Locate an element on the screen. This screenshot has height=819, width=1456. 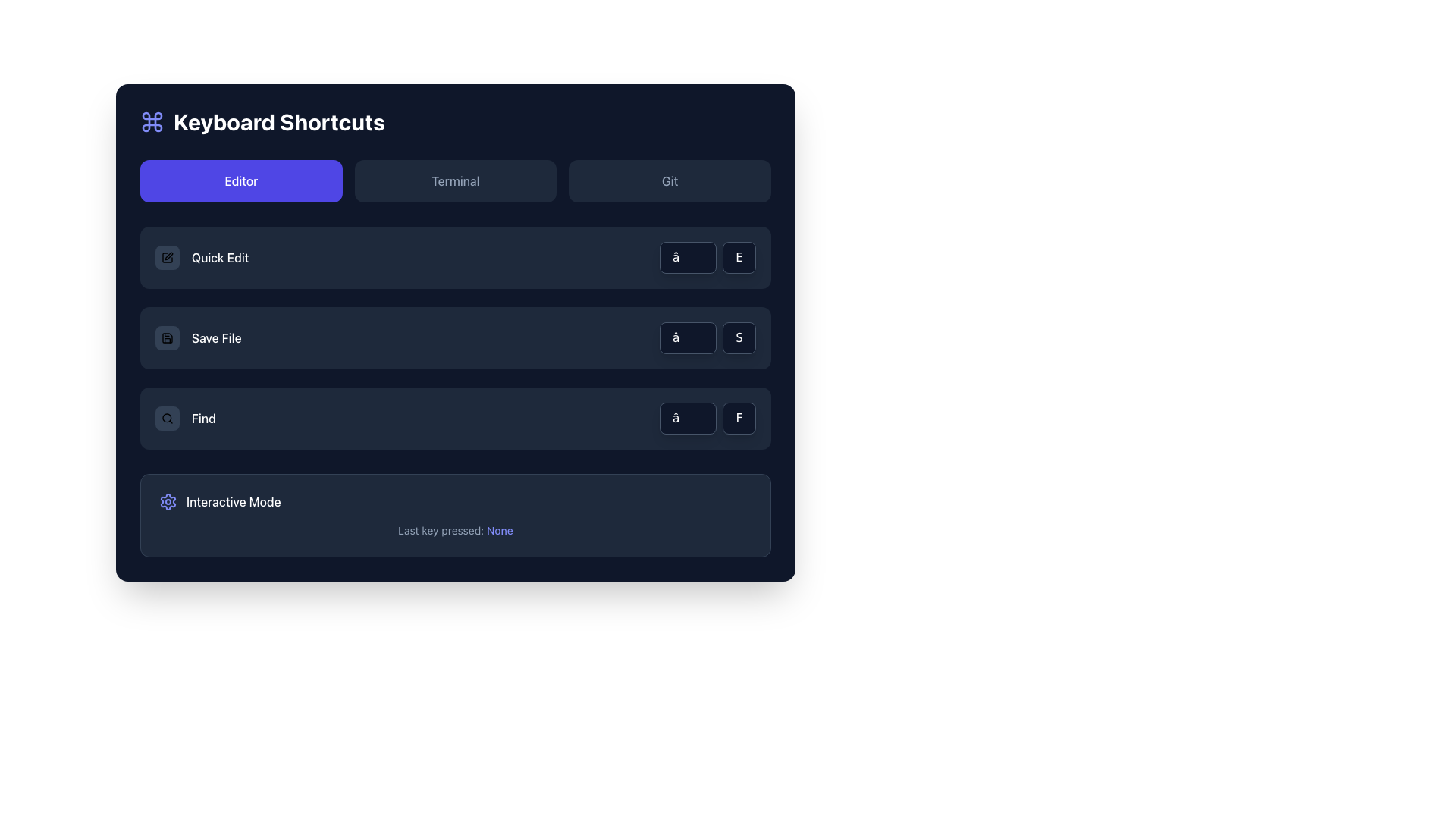
the 'Save File' button-like shortcut item, which is the second item in the vertical list of shortcuts under the 'Keyboard Shortcuts' heading is located at coordinates (197, 337).